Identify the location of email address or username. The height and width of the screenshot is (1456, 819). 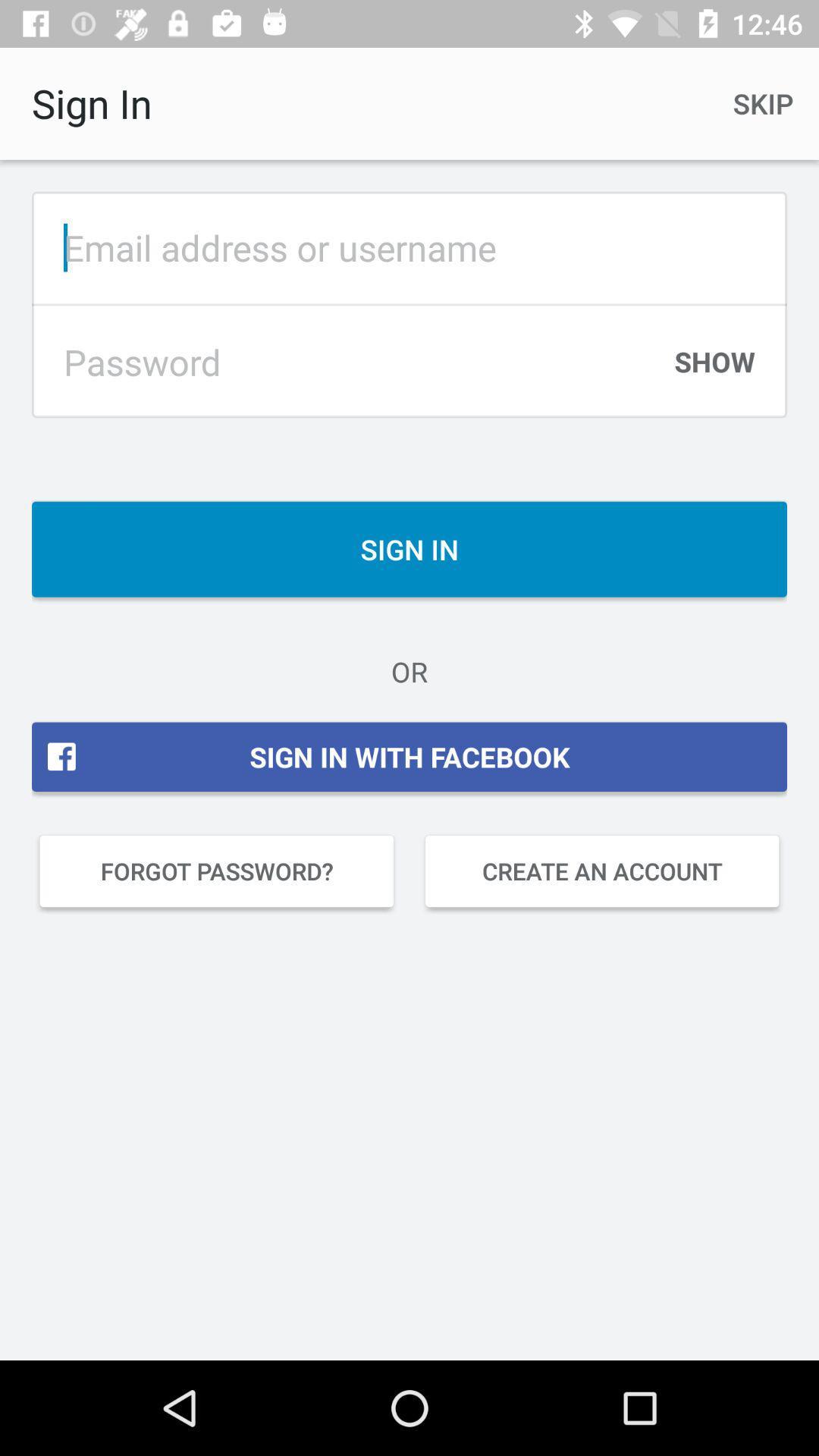
(409, 247).